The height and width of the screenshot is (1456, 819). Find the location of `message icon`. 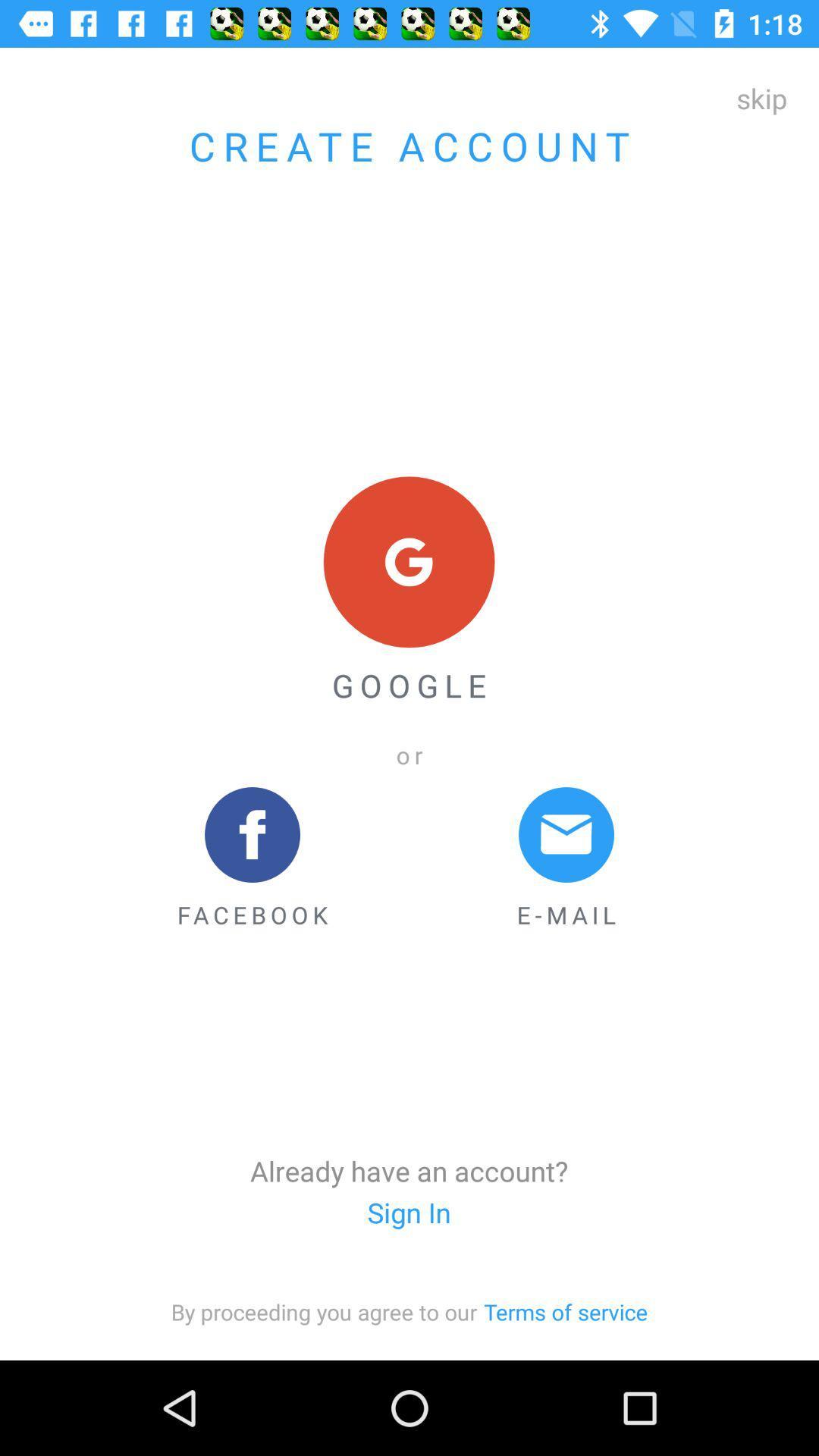

message icon is located at coordinates (566, 833).